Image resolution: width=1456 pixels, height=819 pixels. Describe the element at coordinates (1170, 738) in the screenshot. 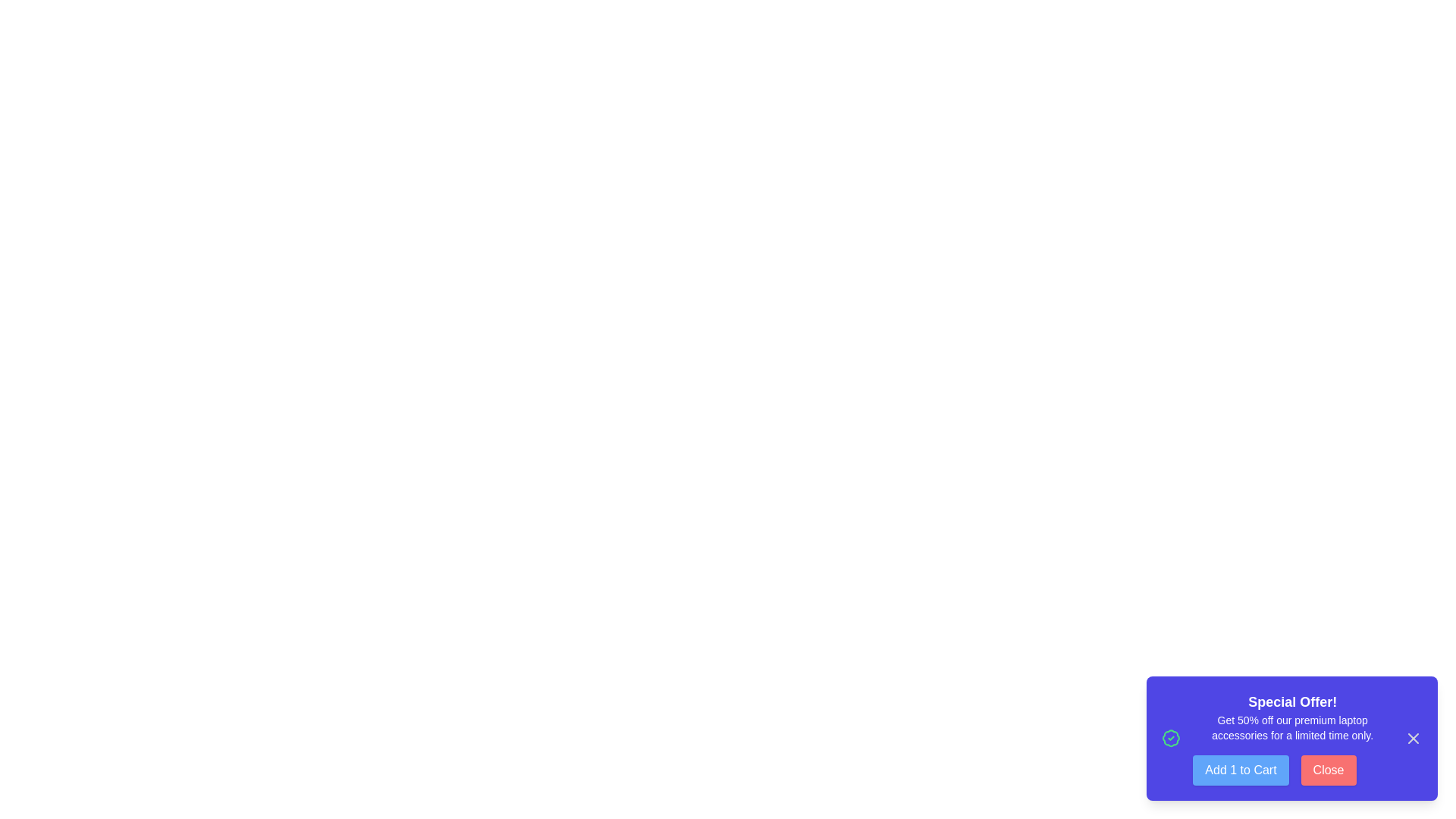

I see `the badge icon to inspect it` at that location.